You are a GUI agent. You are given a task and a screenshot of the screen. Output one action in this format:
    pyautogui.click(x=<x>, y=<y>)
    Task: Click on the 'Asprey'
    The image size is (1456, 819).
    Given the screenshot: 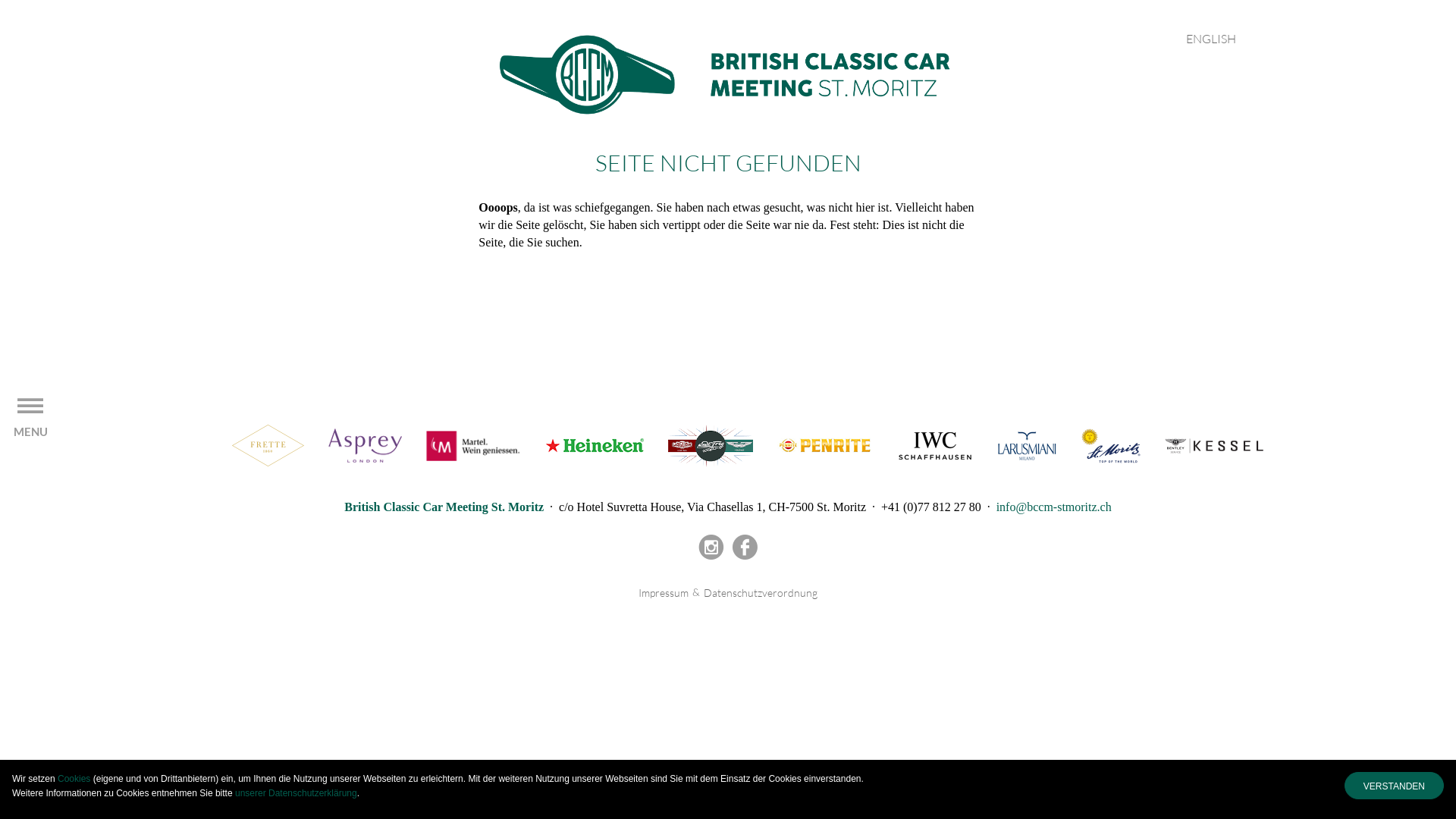 What is the action you would take?
    pyautogui.click(x=365, y=444)
    